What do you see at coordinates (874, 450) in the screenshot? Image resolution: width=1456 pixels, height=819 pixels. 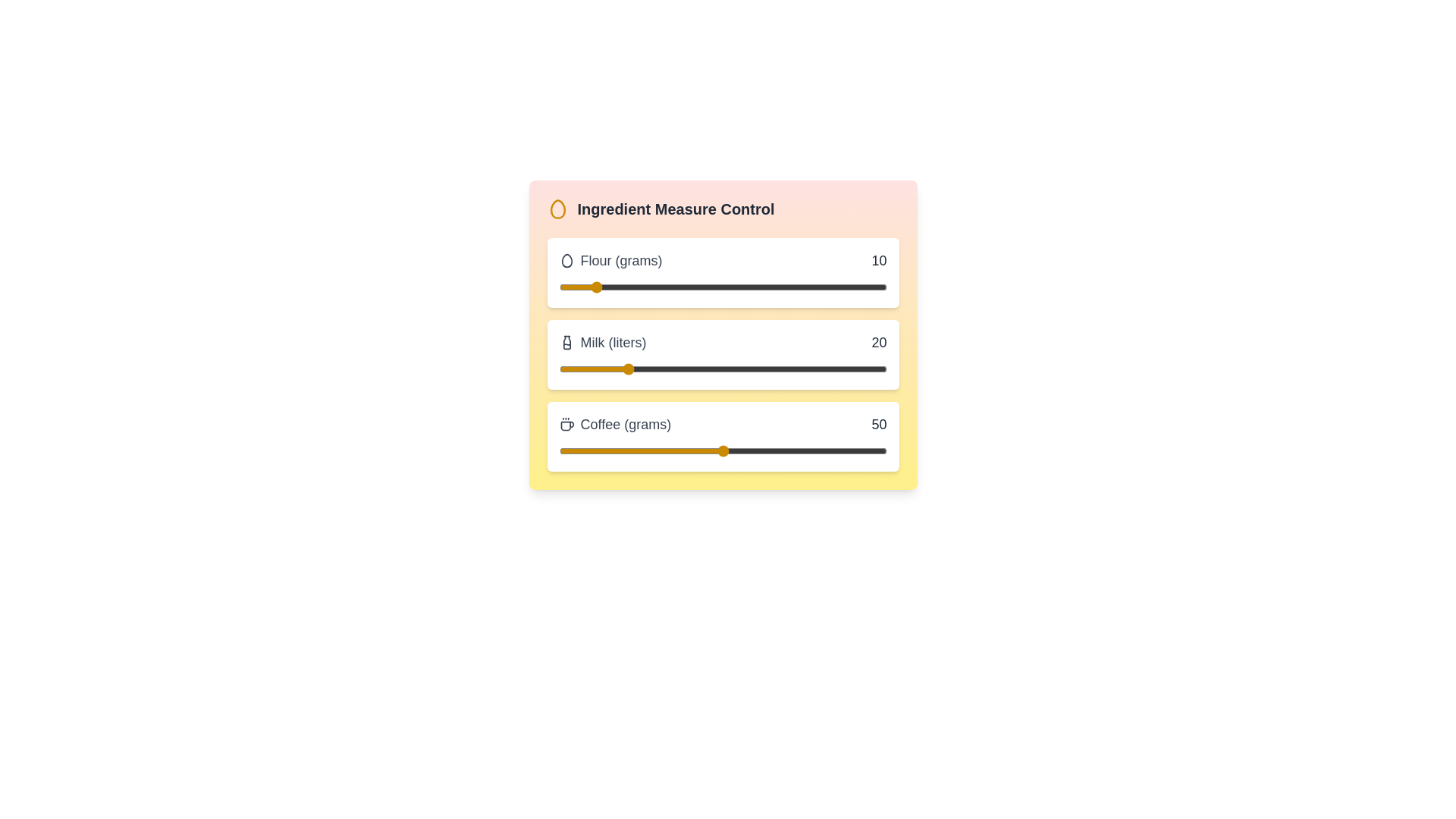 I see `the coffee amount` at bounding box center [874, 450].